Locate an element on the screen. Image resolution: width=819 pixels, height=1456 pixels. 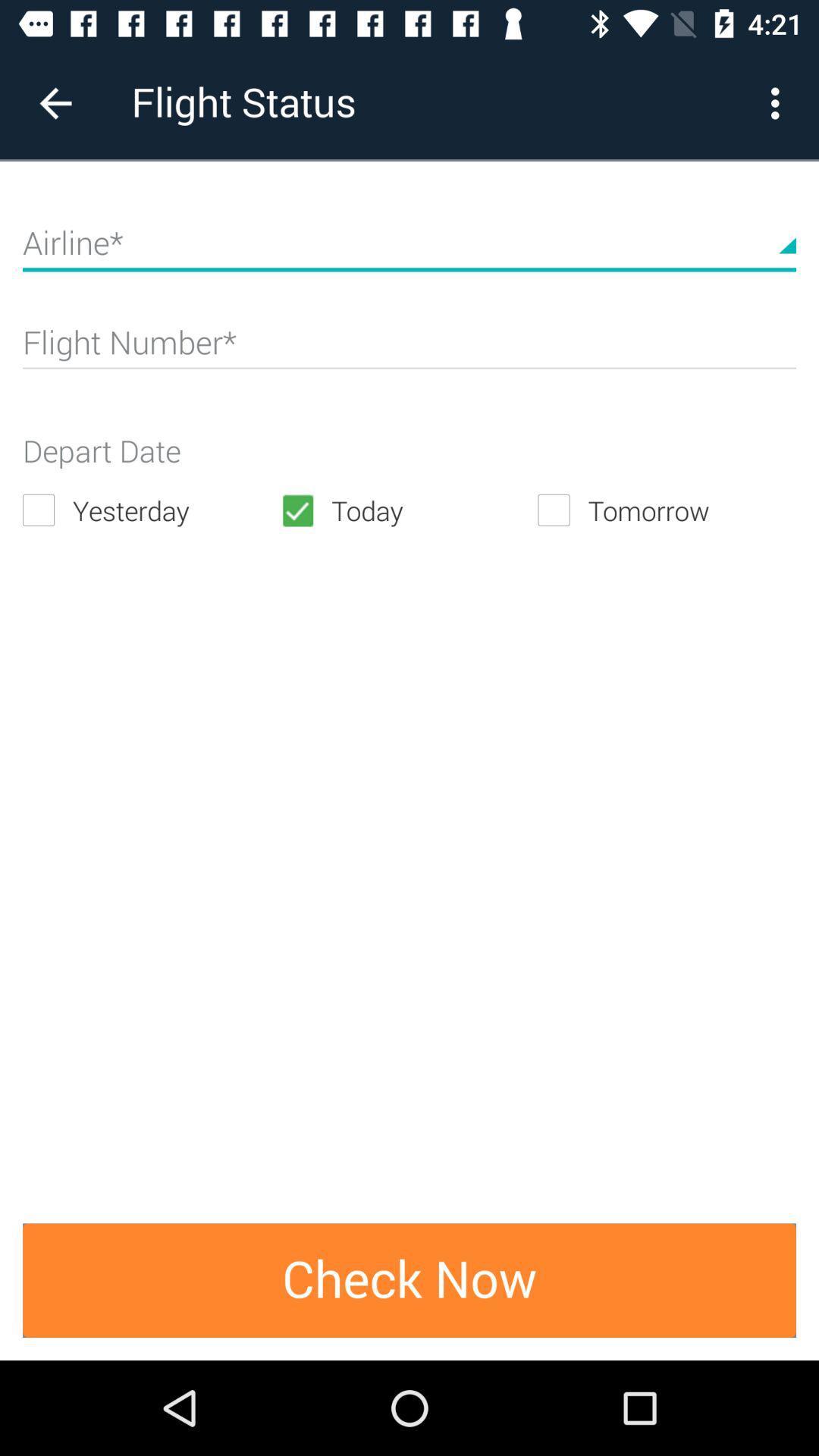
the icon to the right of today is located at coordinates (666, 510).